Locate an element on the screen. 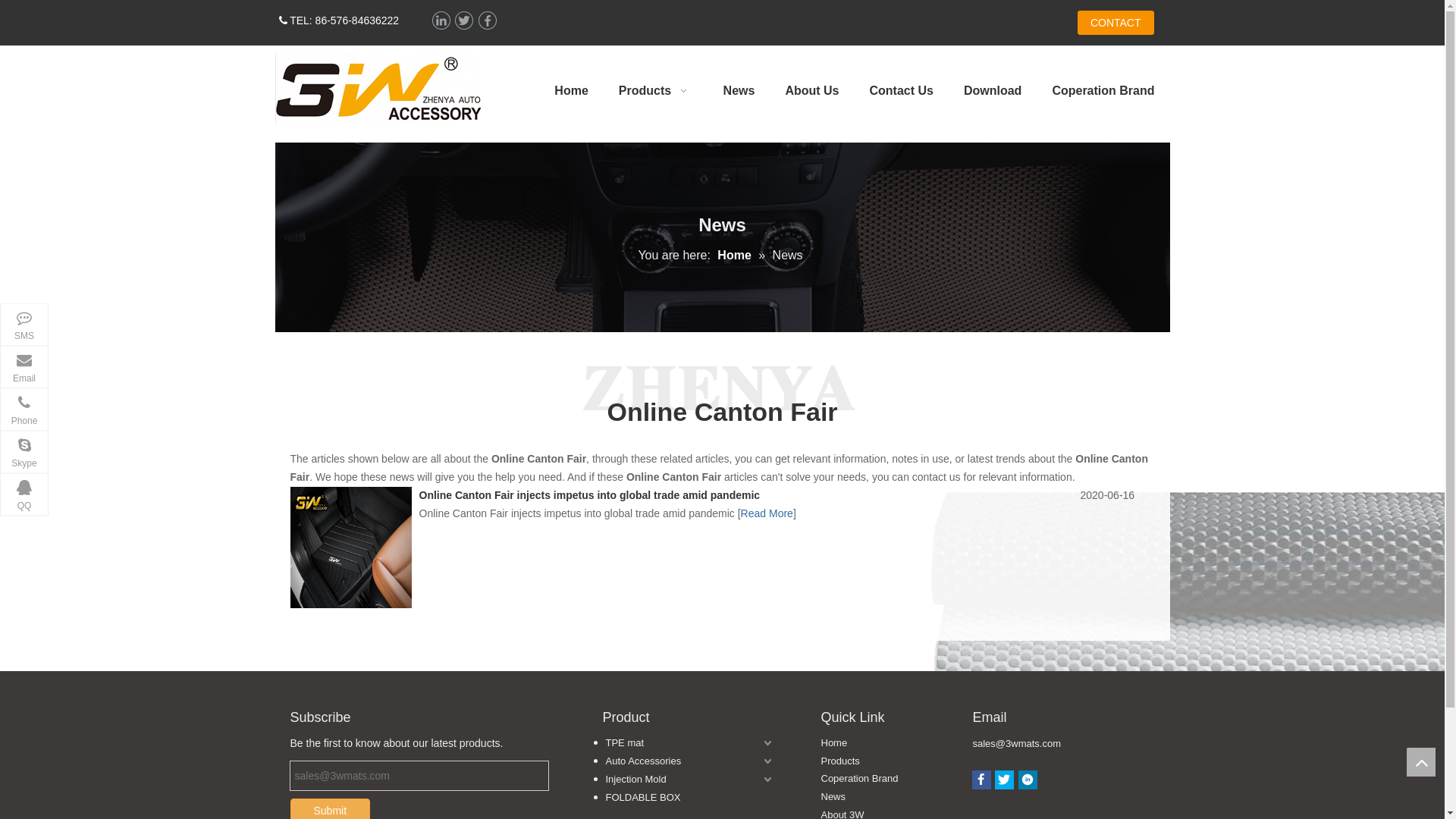 The image size is (1456, 819). 'CONTACT' is located at coordinates (1116, 23).